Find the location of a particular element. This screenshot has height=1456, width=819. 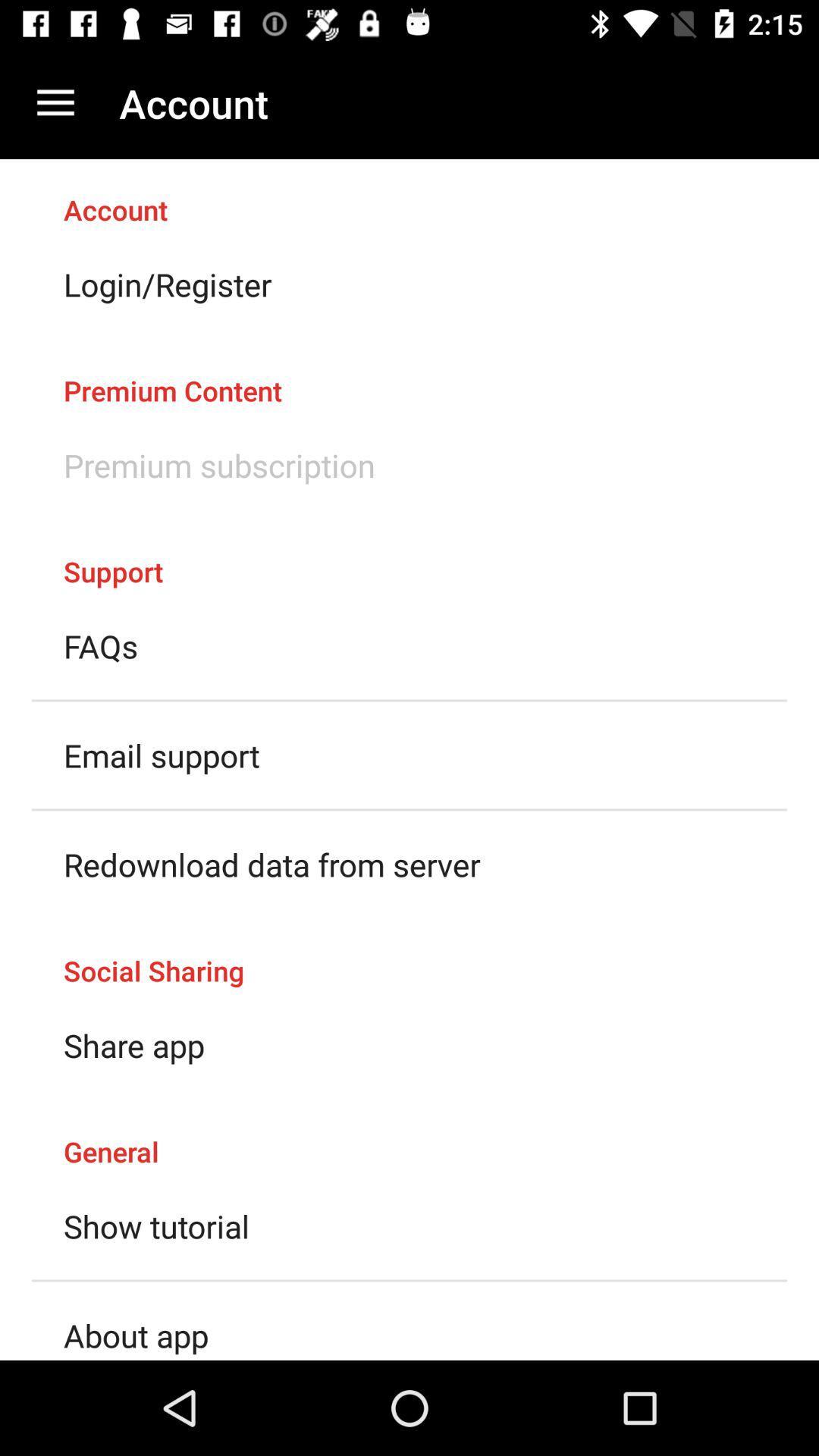

social sharing item is located at coordinates (409, 954).